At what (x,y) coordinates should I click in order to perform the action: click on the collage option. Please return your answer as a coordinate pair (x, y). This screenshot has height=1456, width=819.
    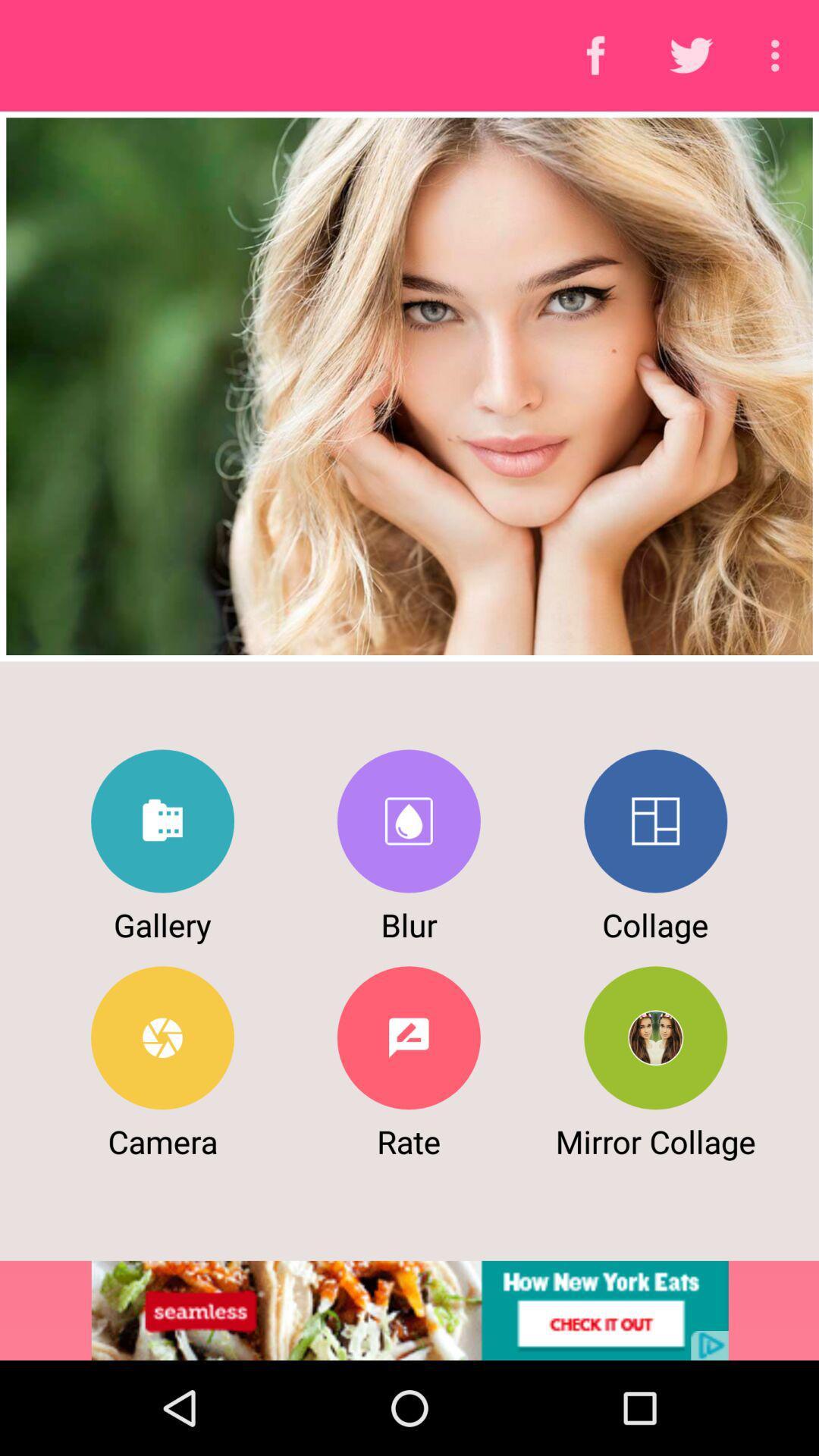
    Looking at the image, I should click on (654, 821).